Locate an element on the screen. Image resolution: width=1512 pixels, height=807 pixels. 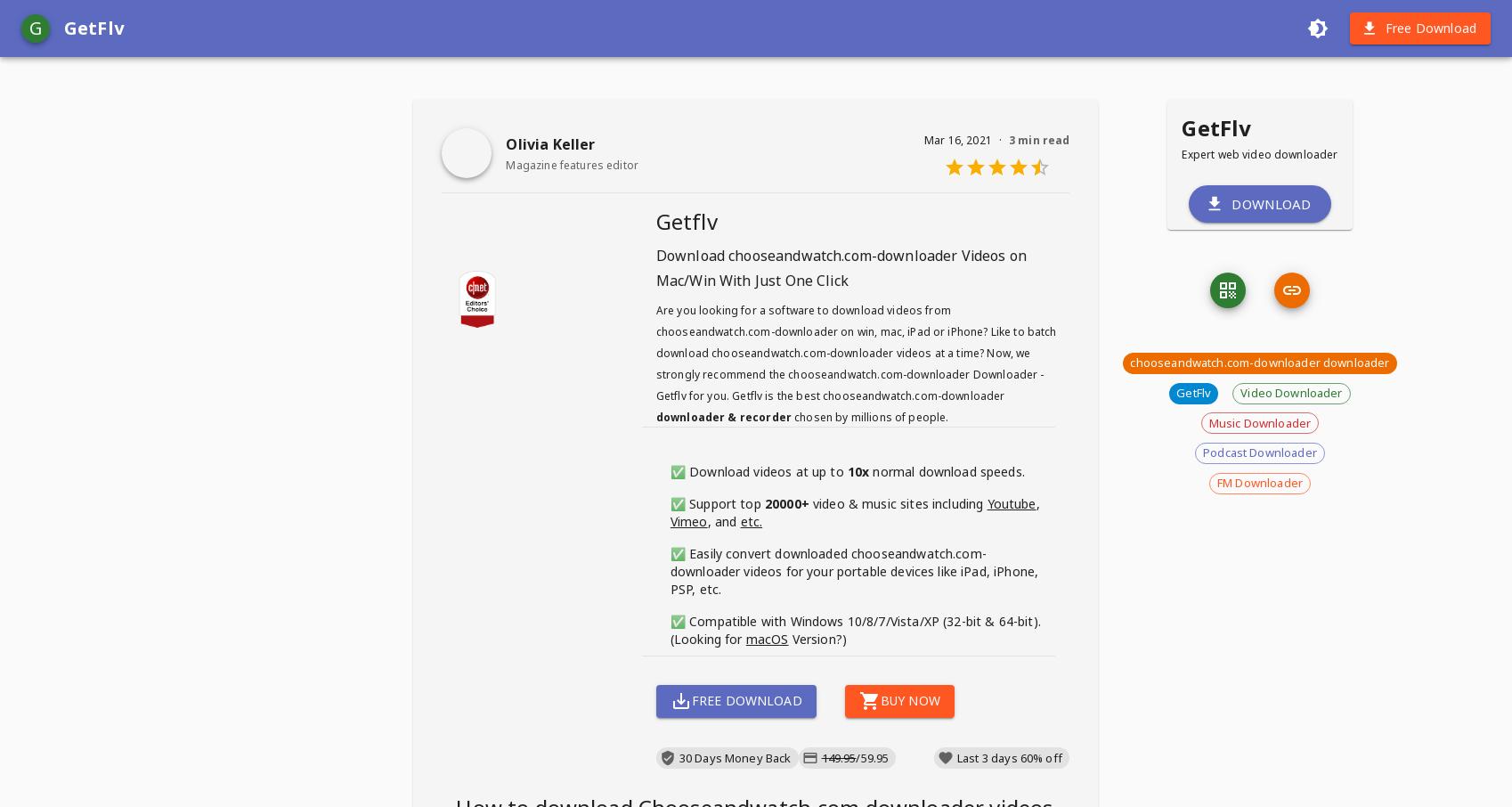
'✅ Download videos at up to' is located at coordinates (758, 471).